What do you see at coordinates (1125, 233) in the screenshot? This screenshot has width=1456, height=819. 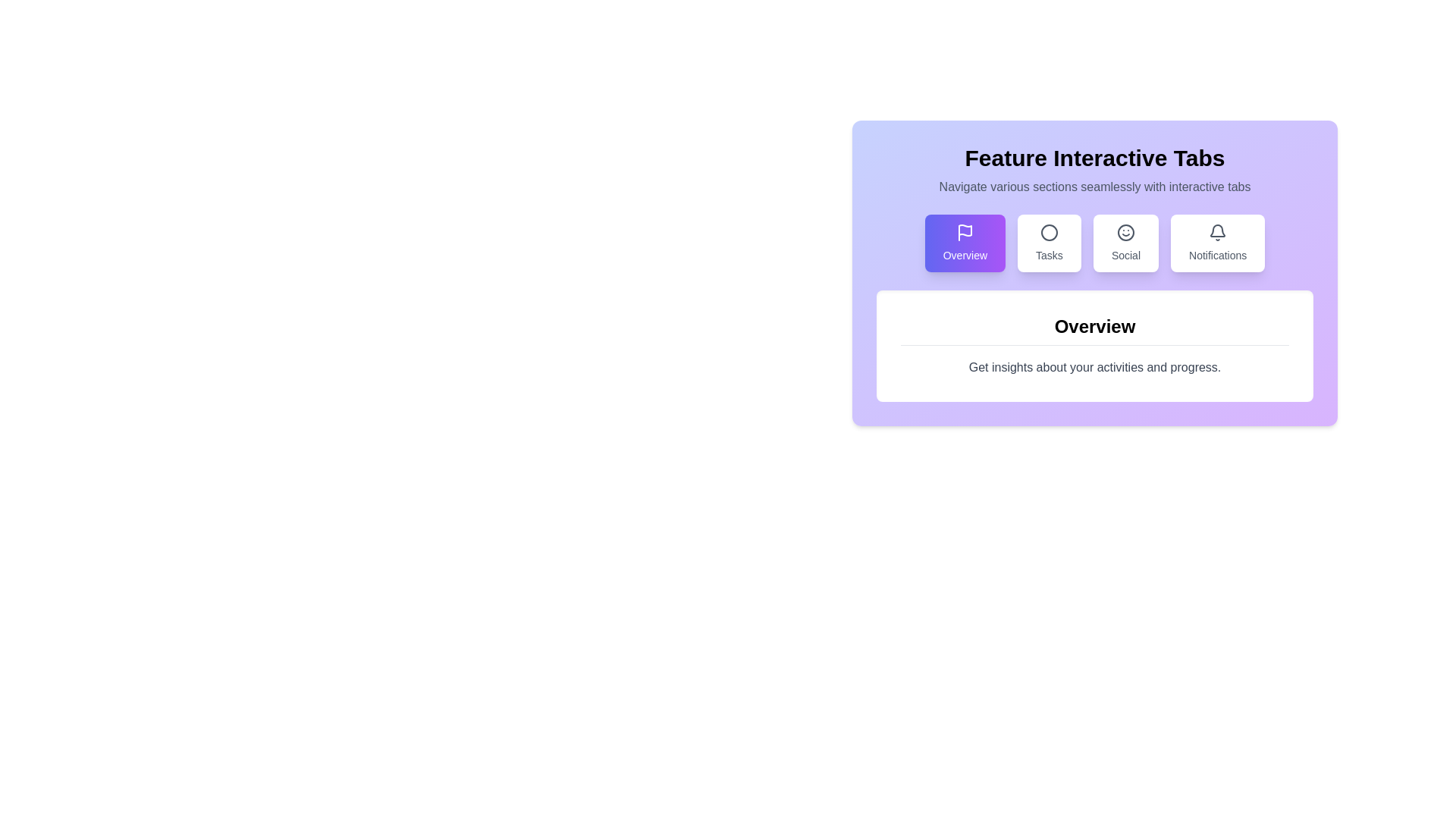 I see `the 'Social' tab icon` at bounding box center [1125, 233].